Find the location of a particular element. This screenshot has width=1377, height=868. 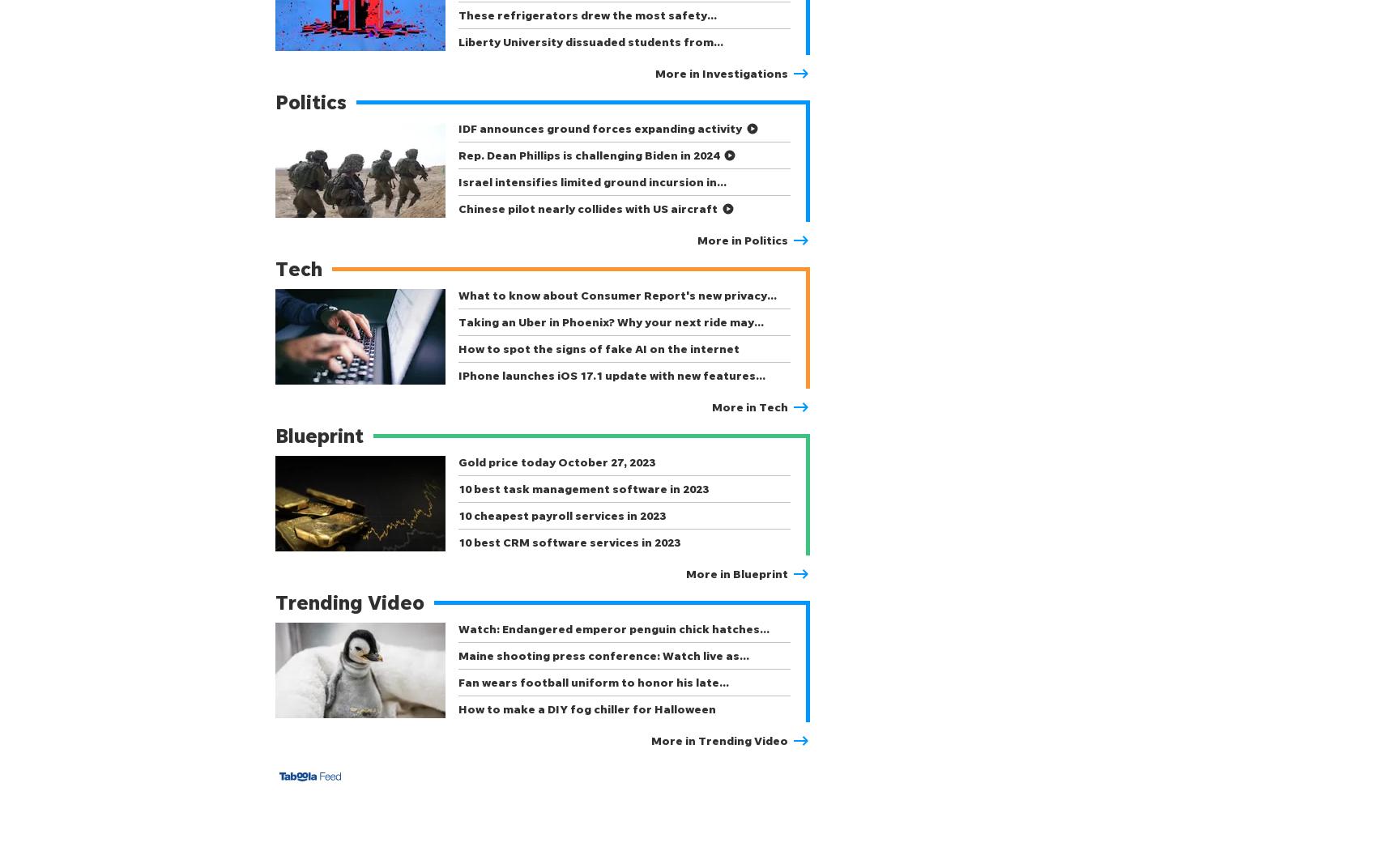

'Watch: Endangered emperor penguin chick hatches…' is located at coordinates (613, 628).